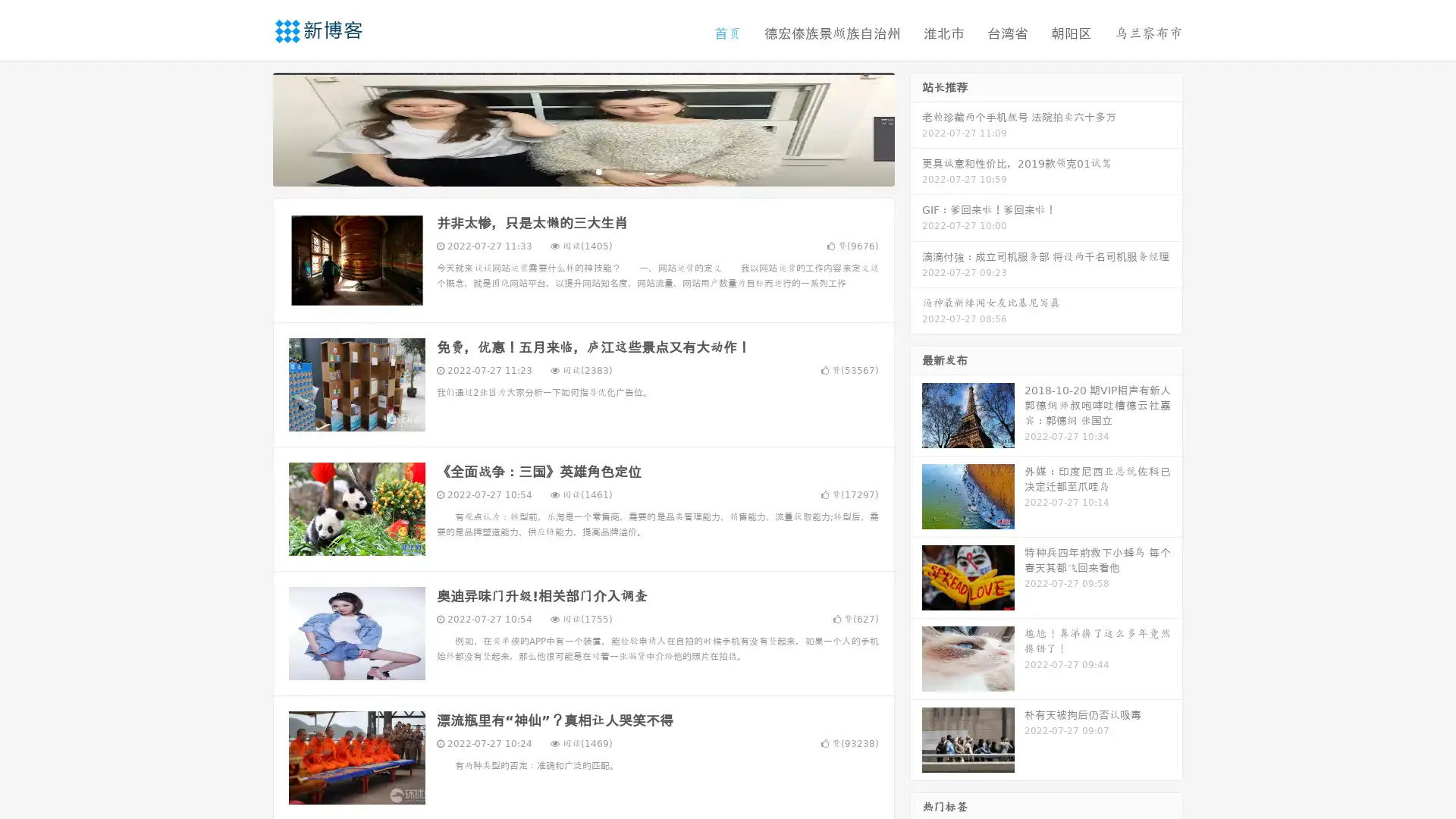 Image resolution: width=1456 pixels, height=819 pixels. Describe the element at coordinates (582, 171) in the screenshot. I see `Go to slide 2` at that location.